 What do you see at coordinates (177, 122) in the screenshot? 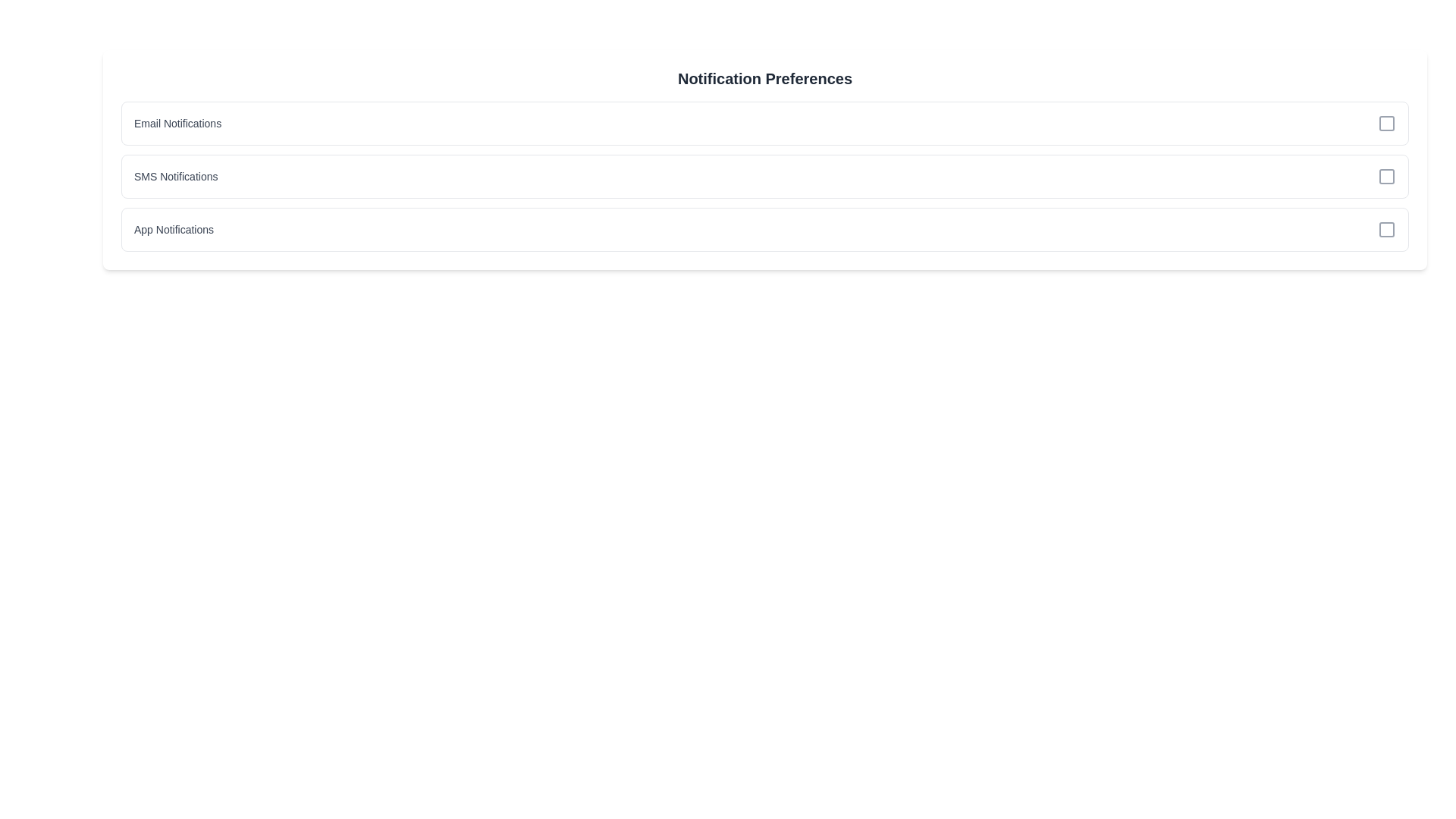
I see `the 'Email Notifications' text label, which is styled in medium gray and is the first option in the Notification Preferences list` at bounding box center [177, 122].